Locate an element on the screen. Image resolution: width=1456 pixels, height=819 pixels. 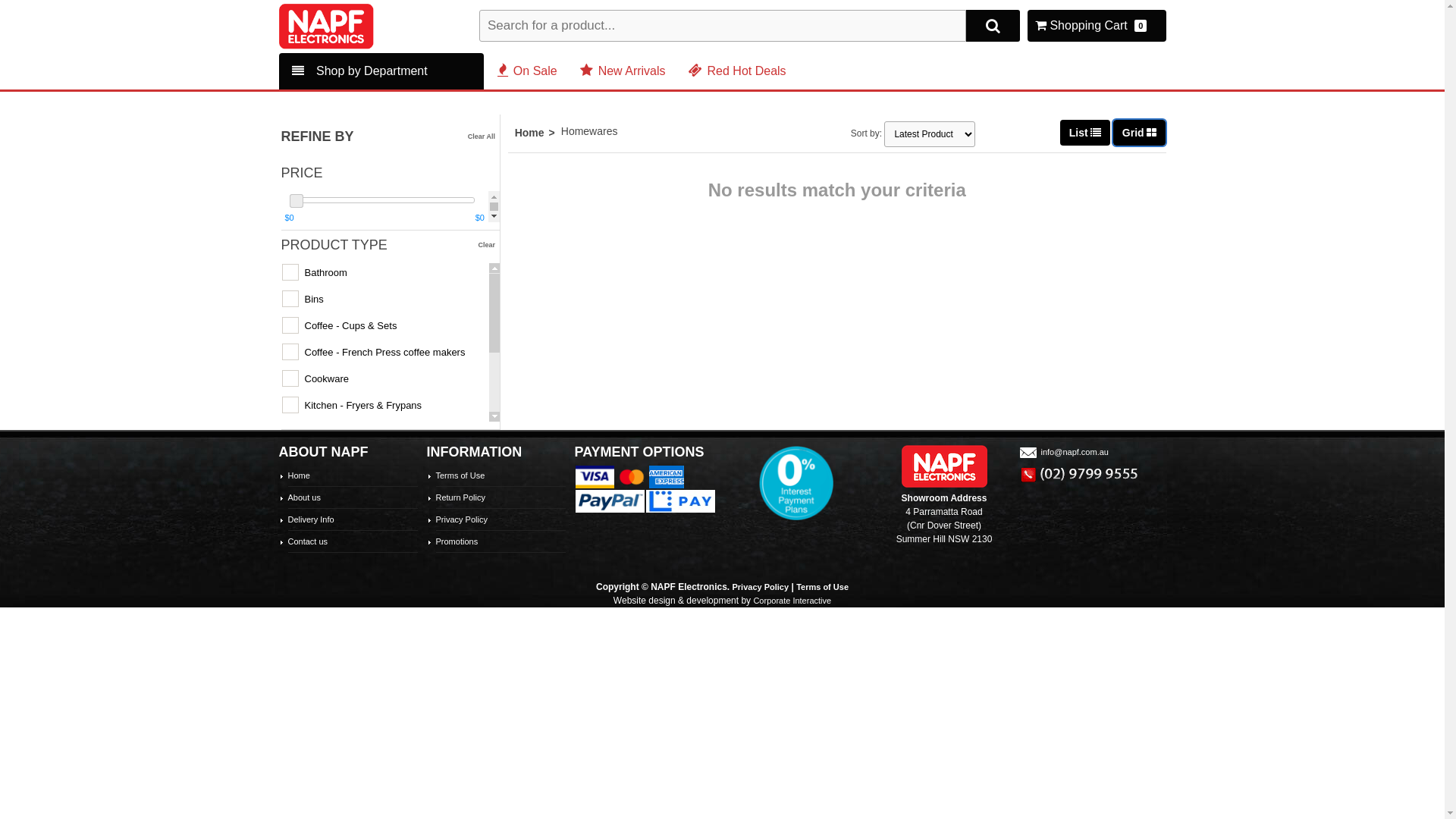
'Red Hot Deals' is located at coordinates (687, 71).